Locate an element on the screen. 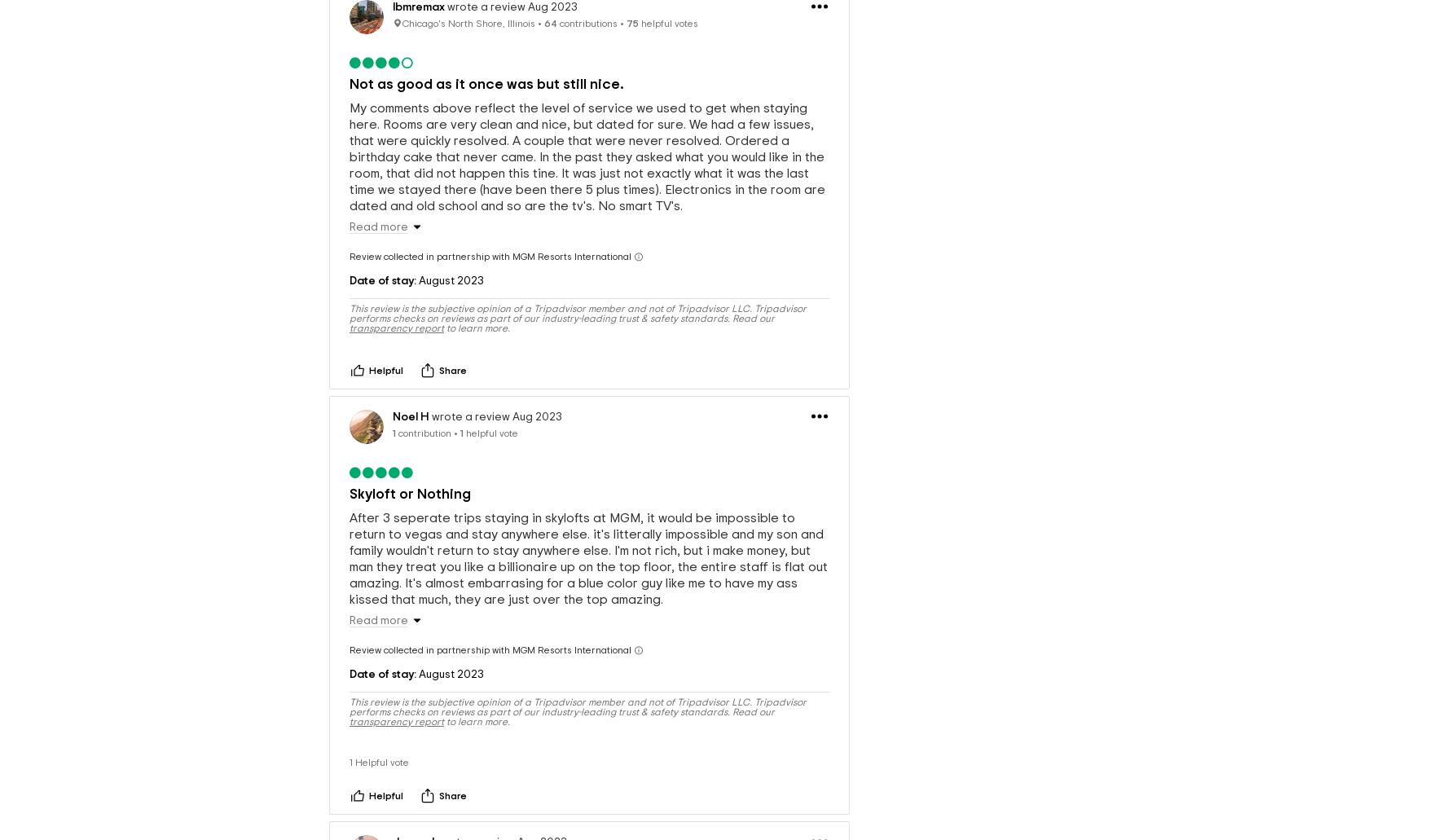 The image size is (1447, 840). 'Not as good as it once was but still nice.' is located at coordinates (486, 58).